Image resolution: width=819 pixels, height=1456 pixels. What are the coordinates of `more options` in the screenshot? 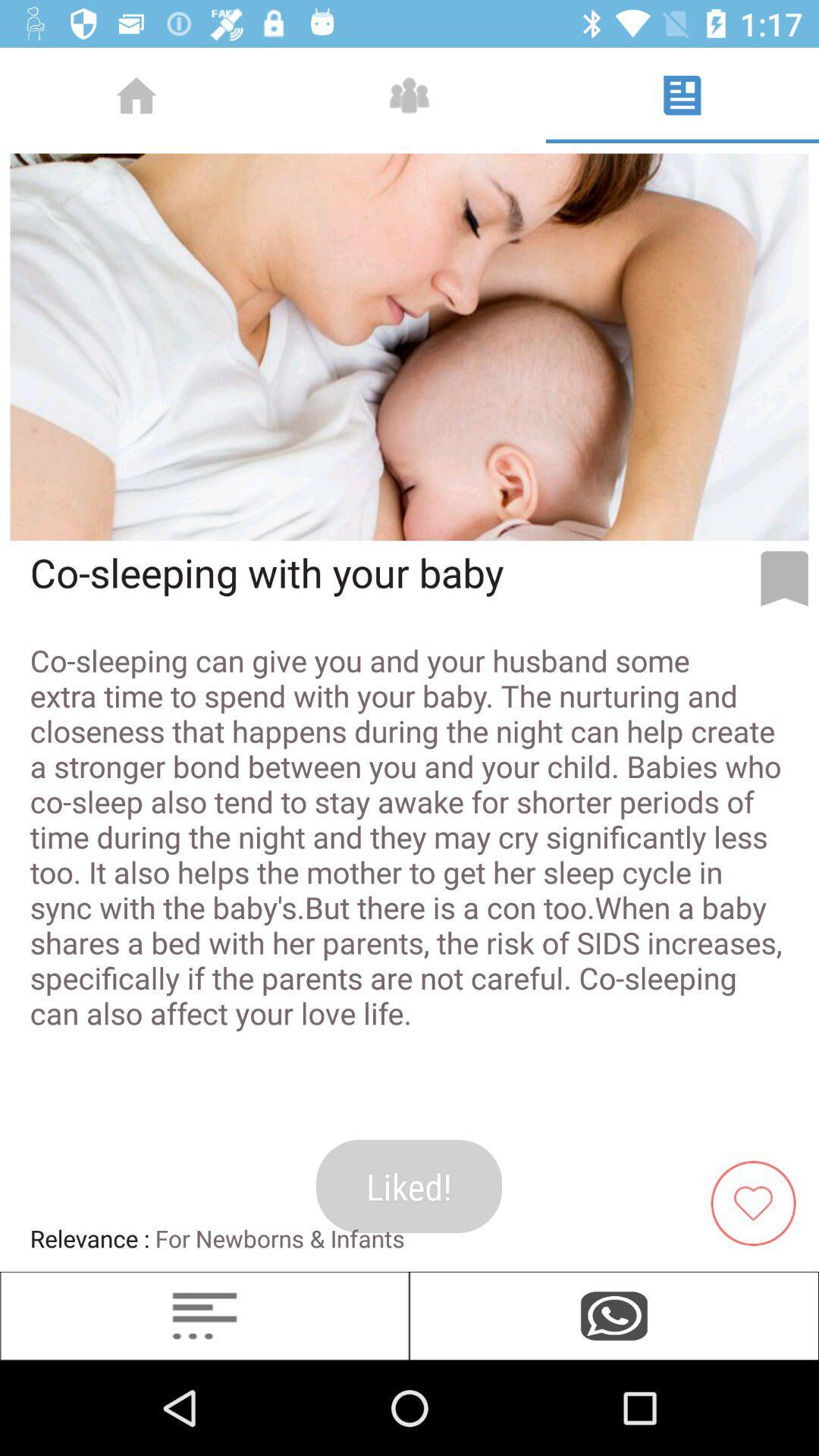 It's located at (205, 1315).